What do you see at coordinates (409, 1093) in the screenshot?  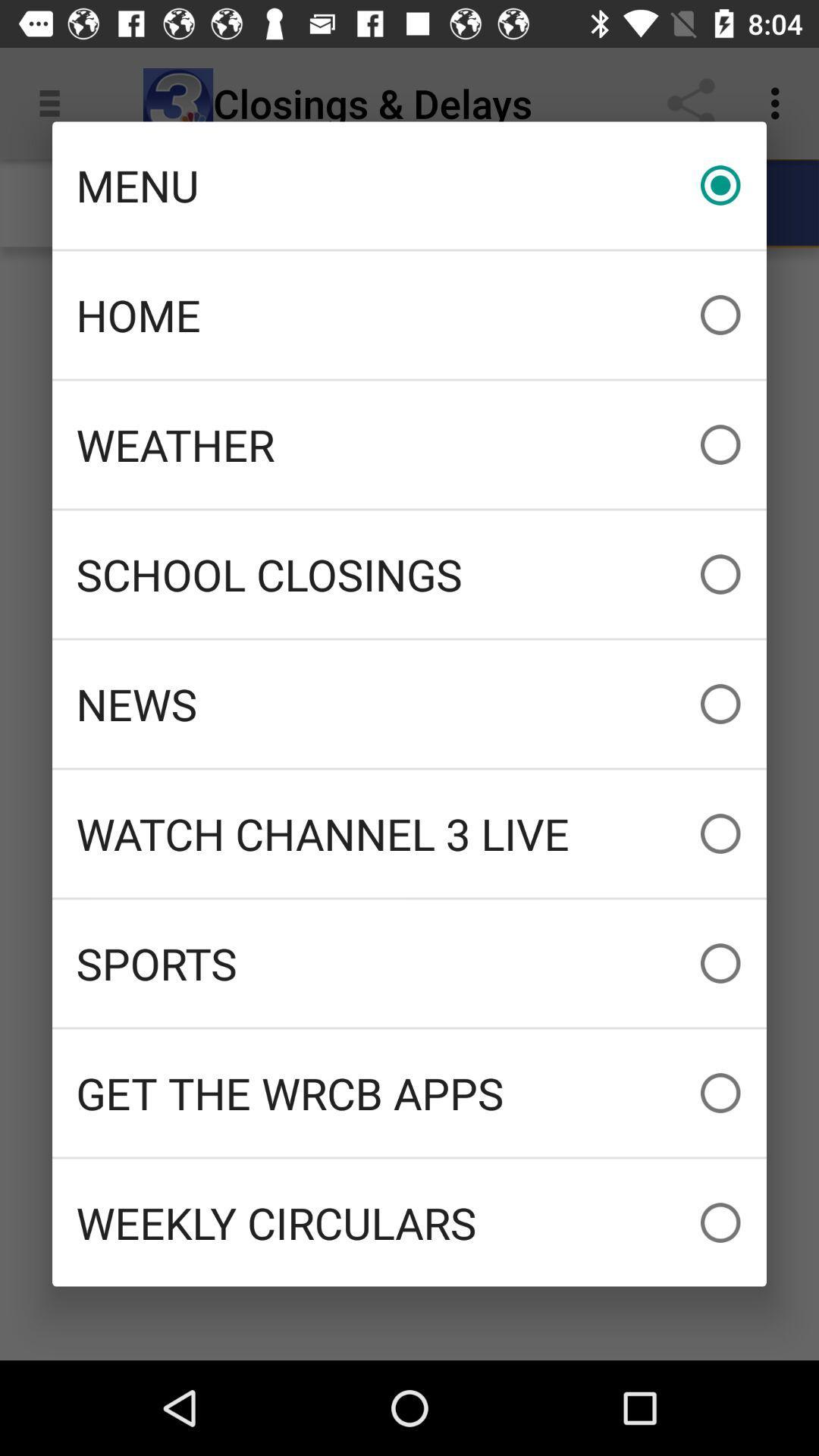 I see `get the wrcb icon` at bounding box center [409, 1093].